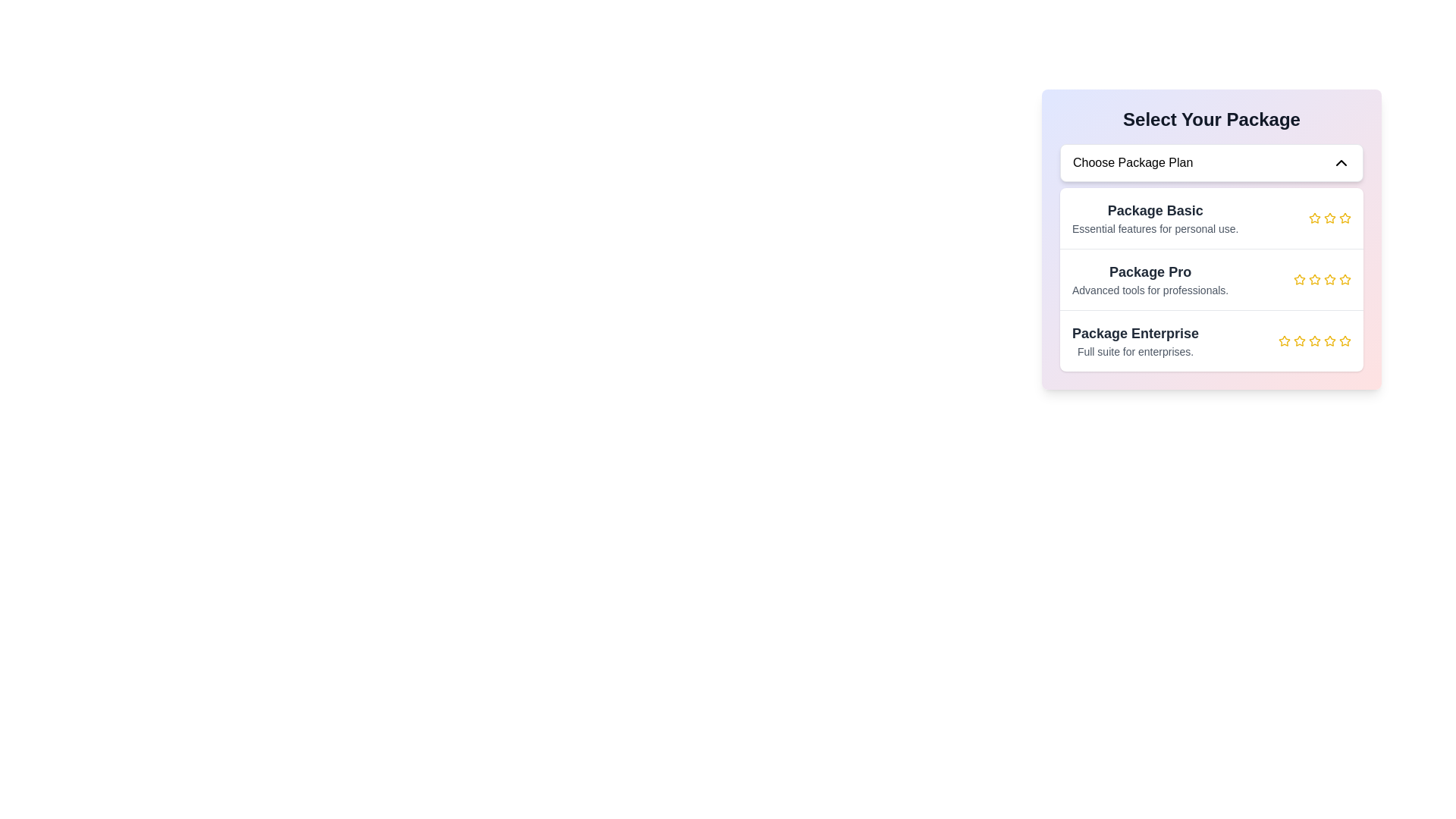 The image size is (1456, 819). Describe the element at coordinates (1135, 341) in the screenshot. I see `the Text block describing the 'Package Enterprise' offering, which is the third item under the 'Select Your Package' header` at that location.